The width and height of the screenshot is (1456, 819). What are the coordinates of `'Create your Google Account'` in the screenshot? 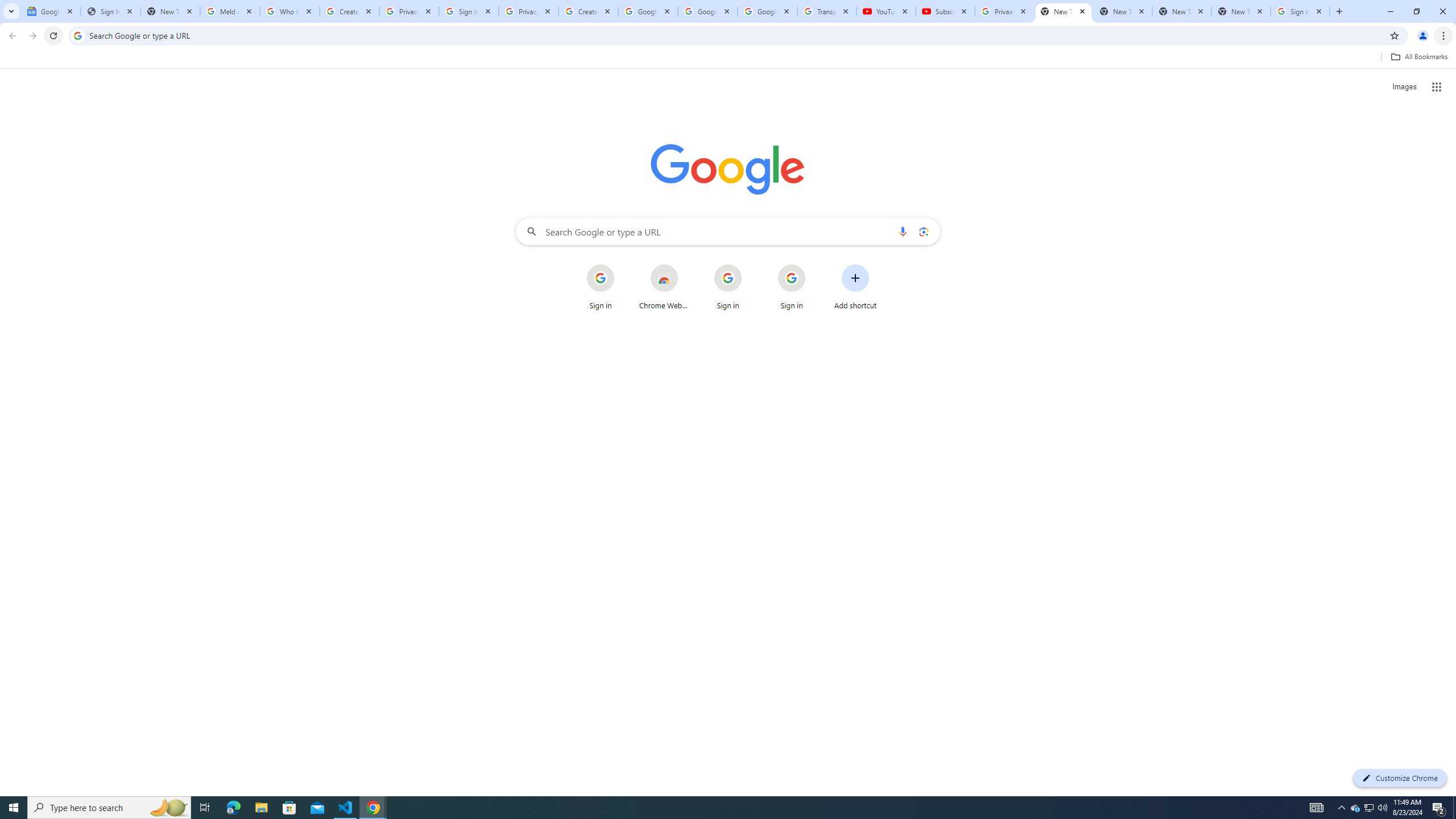 It's located at (588, 11).